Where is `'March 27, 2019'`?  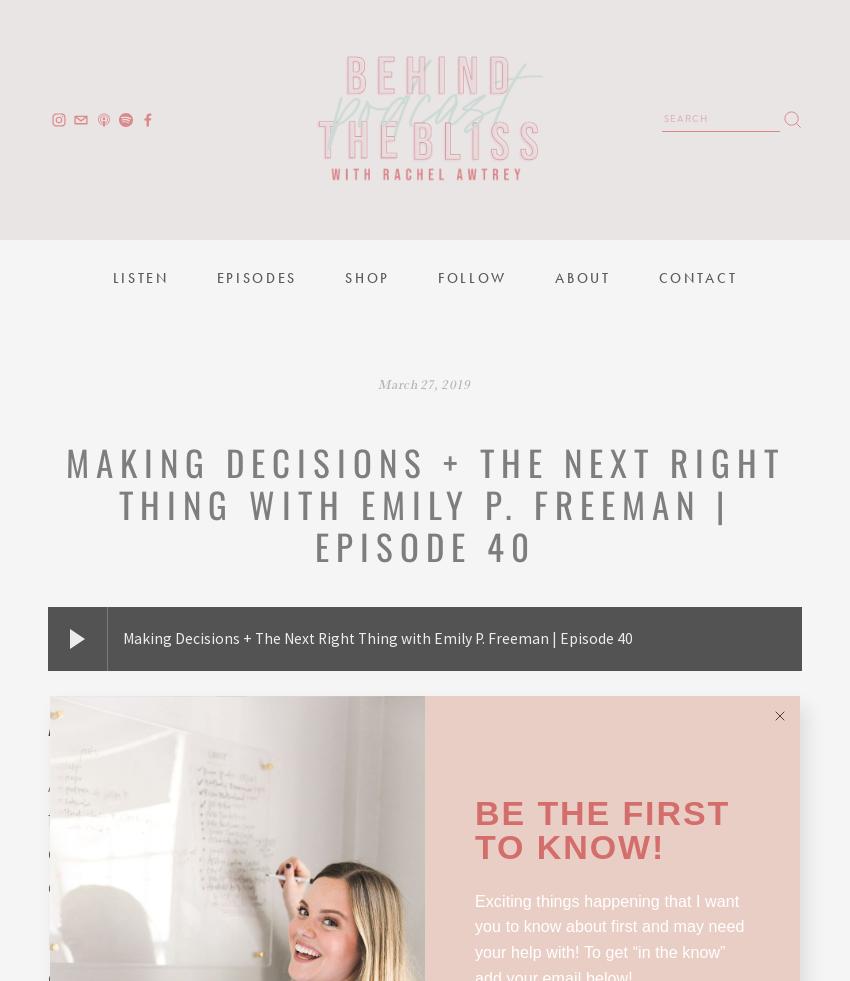 'March 27, 2019' is located at coordinates (424, 382).